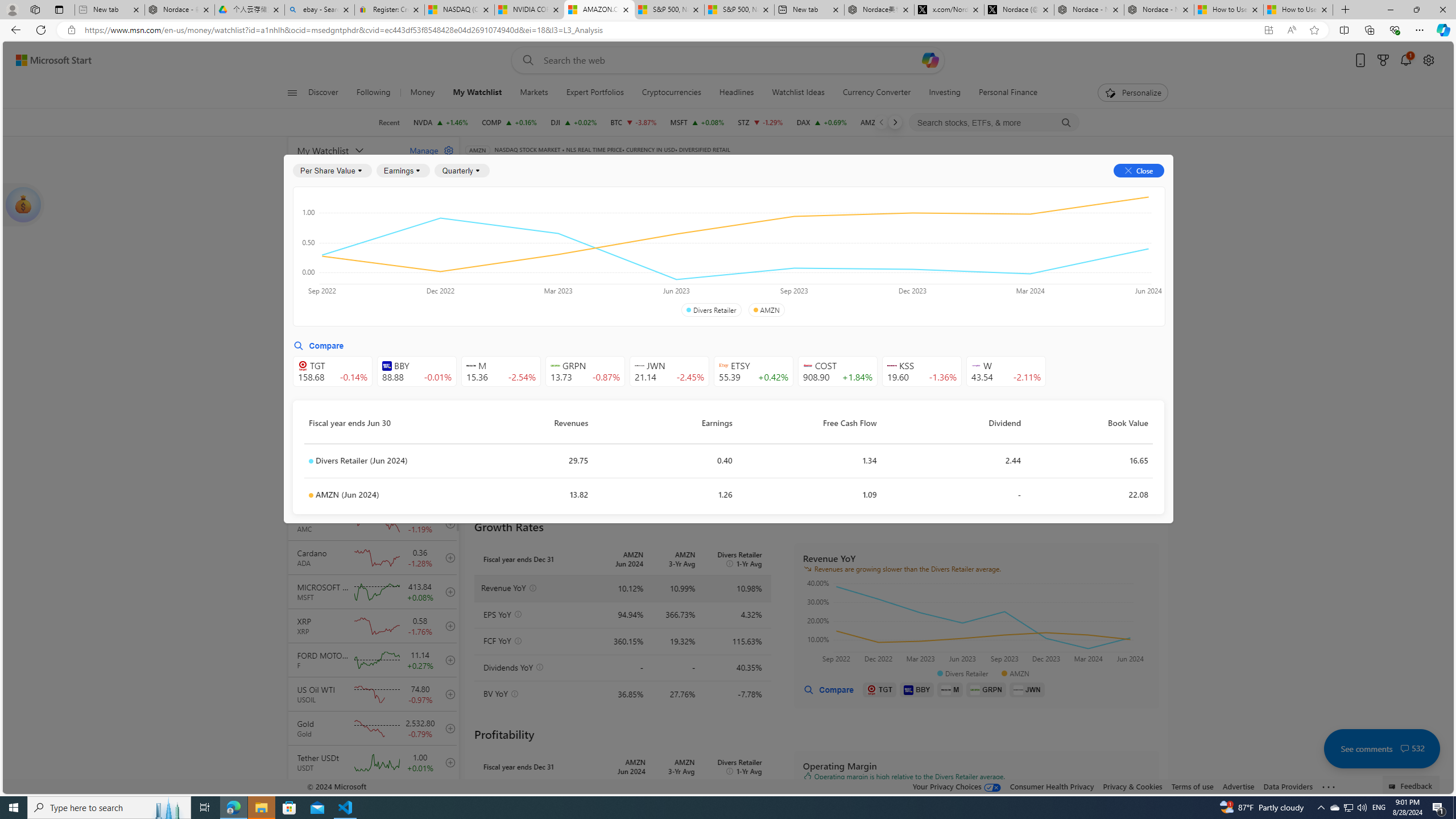 The height and width of the screenshot is (819, 1456). What do you see at coordinates (949, 9) in the screenshot?
I see `'x.com/NordaceOfficial'` at bounding box center [949, 9].